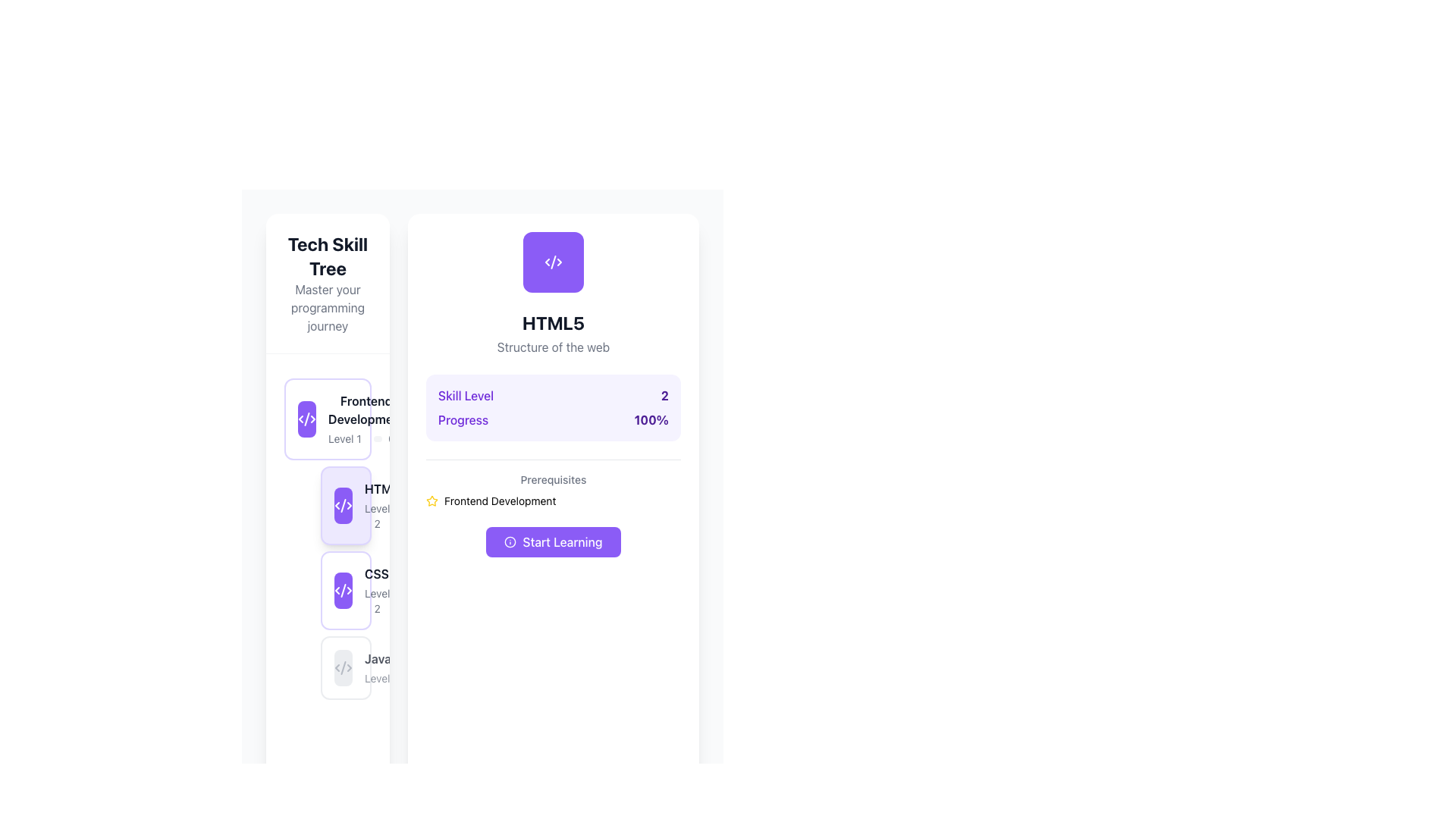  What do you see at coordinates (342, 506) in the screenshot?
I see `the small rounded rectangle icon with a purple background and white angle brackets (< >)` at bounding box center [342, 506].